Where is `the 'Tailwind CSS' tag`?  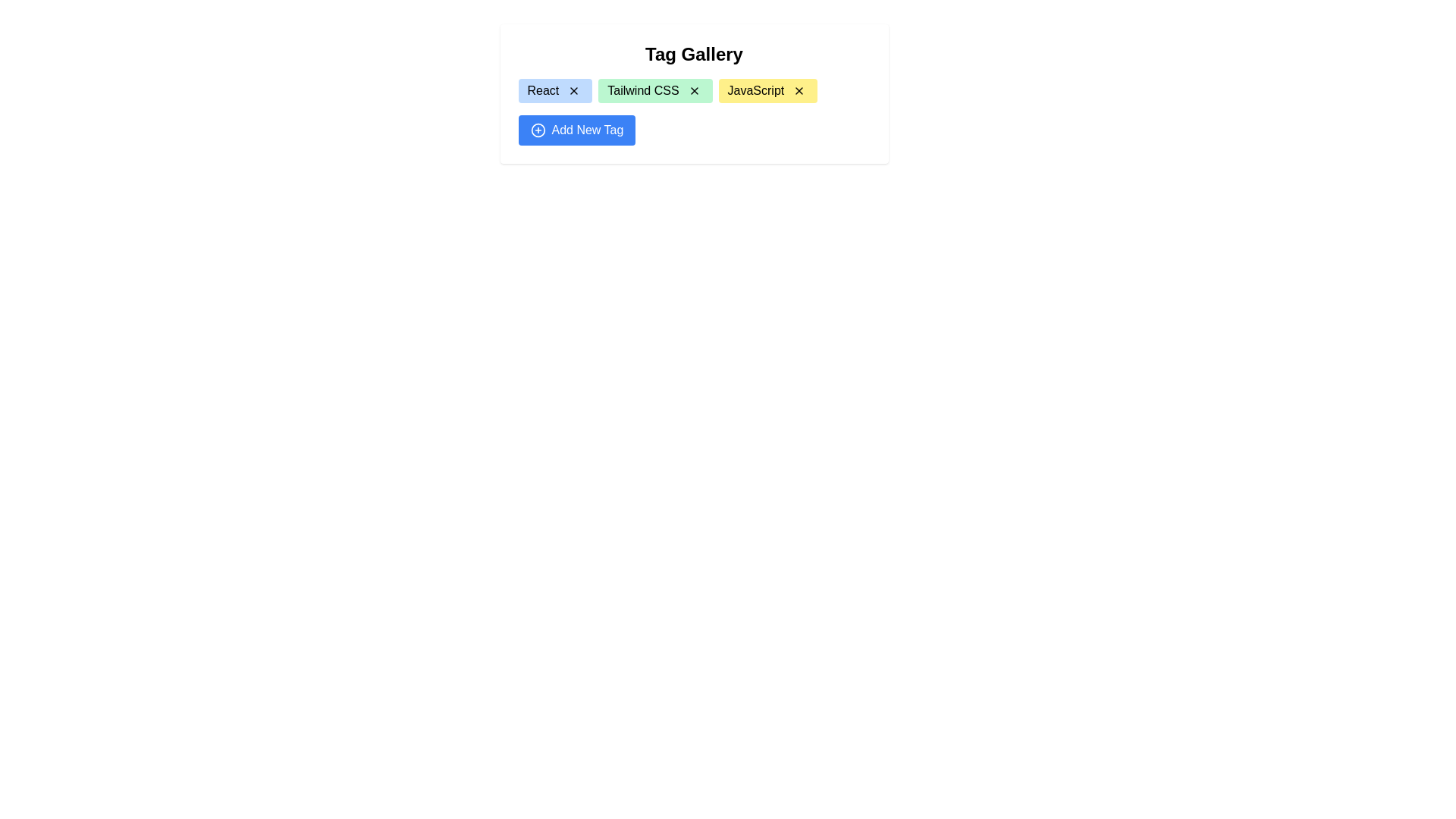
the 'Tailwind CSS' tag is located at coordinates (693, 93).